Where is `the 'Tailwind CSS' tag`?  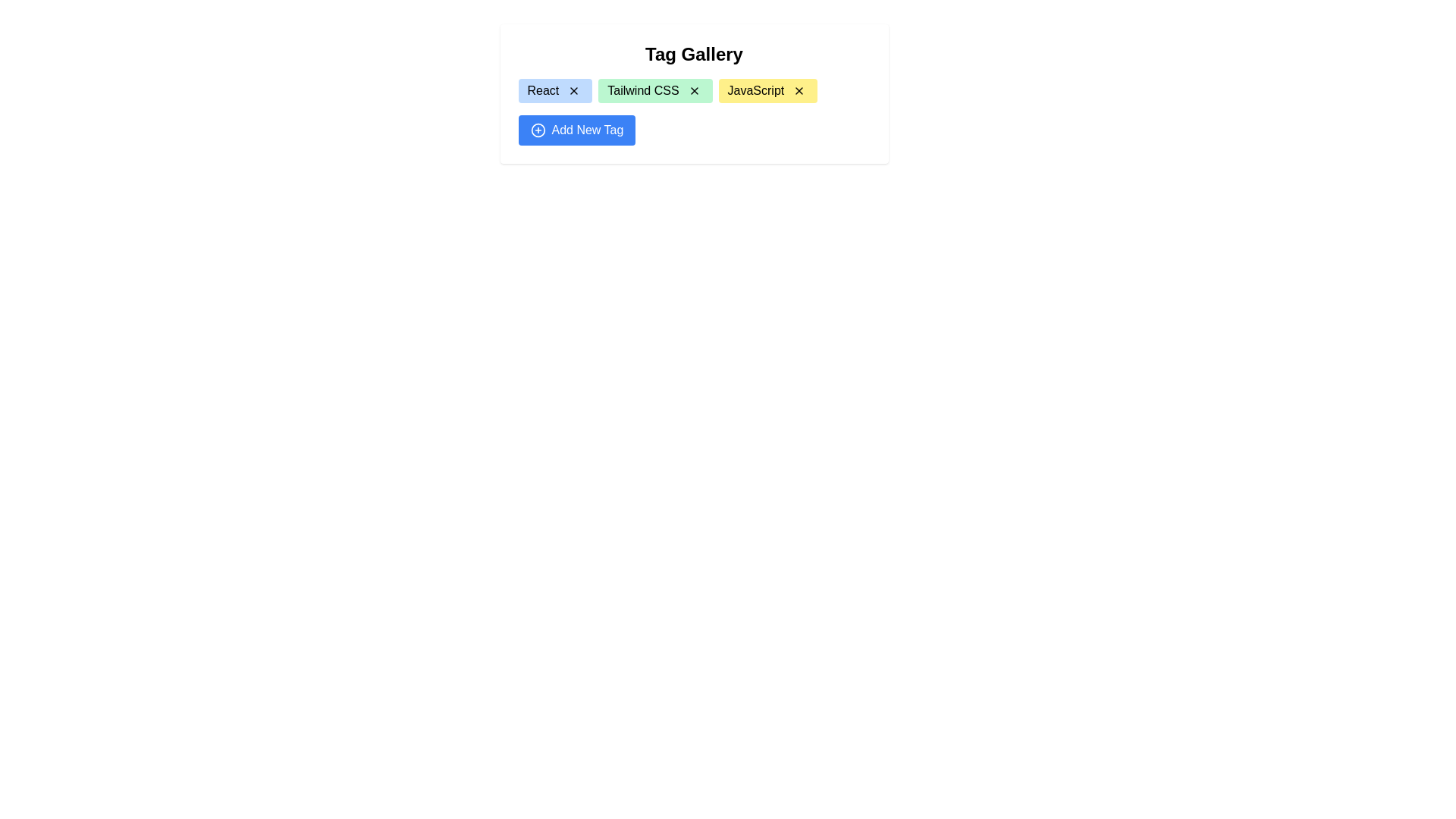
the 'Tailwind CSS' tag is located at coordinates (693, 93).